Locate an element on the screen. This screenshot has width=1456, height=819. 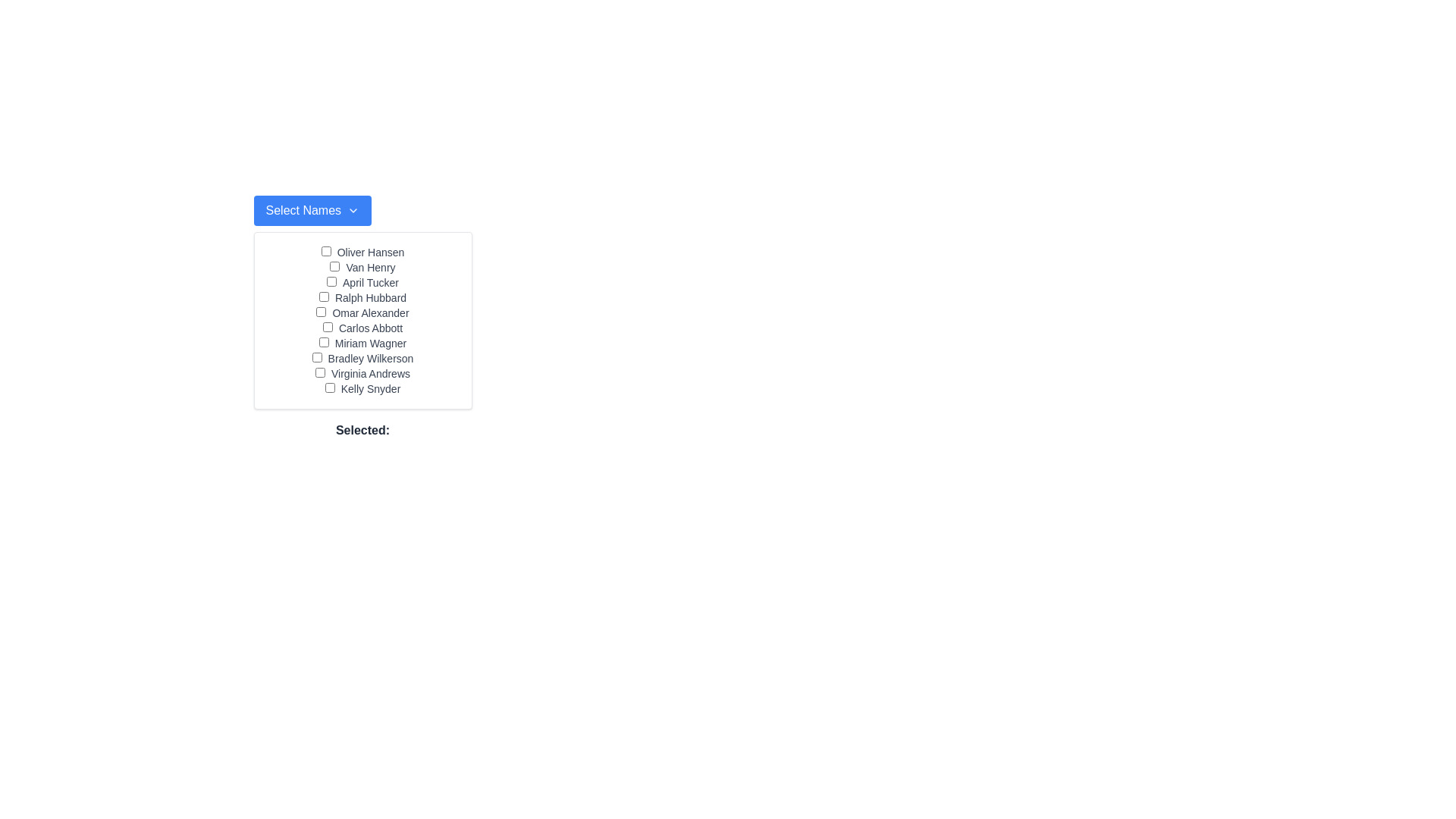
the dropdown trigger button located at the top-left corner of its containing panel is located at coordinates (312, 210).